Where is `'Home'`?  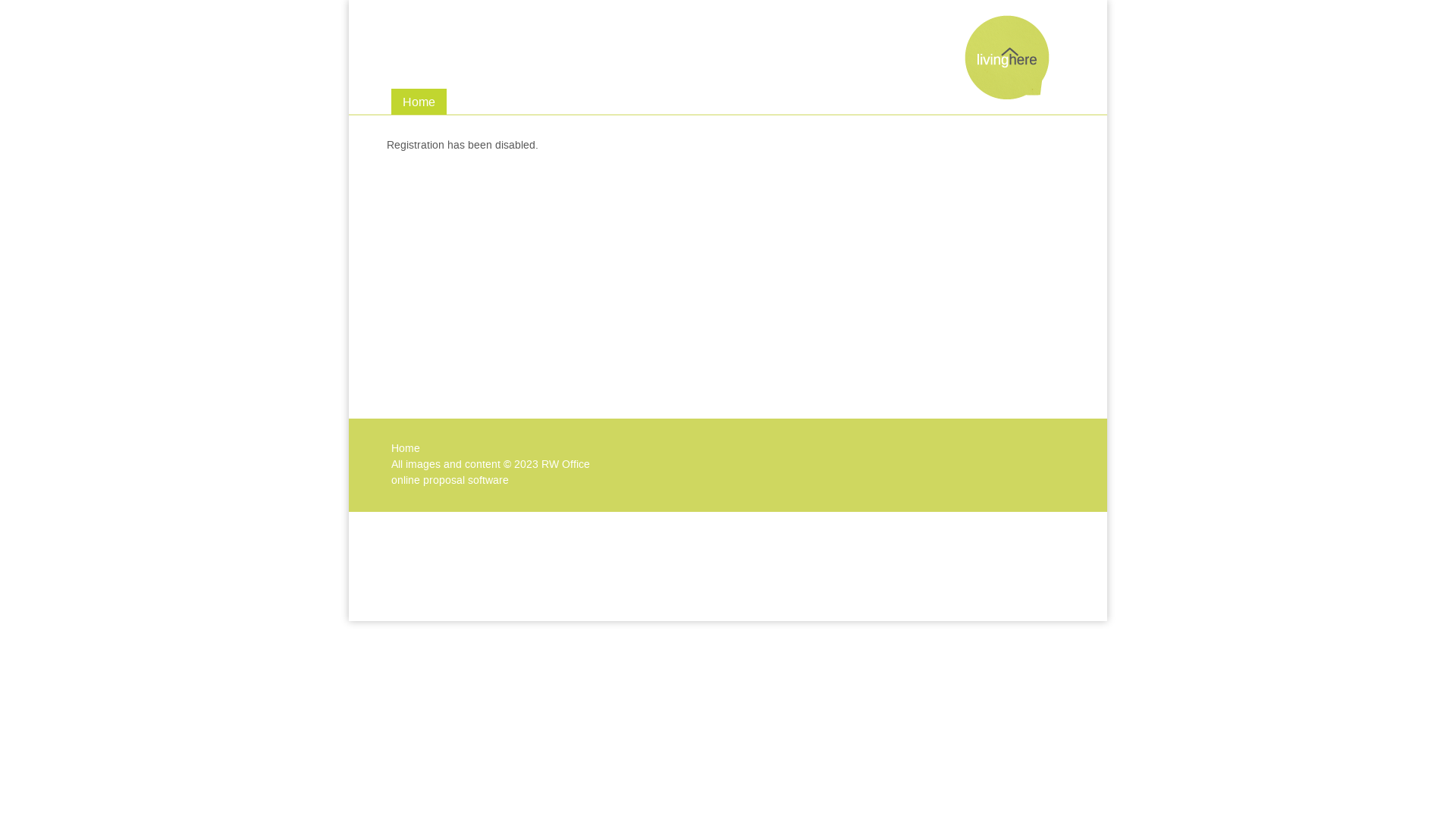 'Home' is located at coordinates (419, 102).